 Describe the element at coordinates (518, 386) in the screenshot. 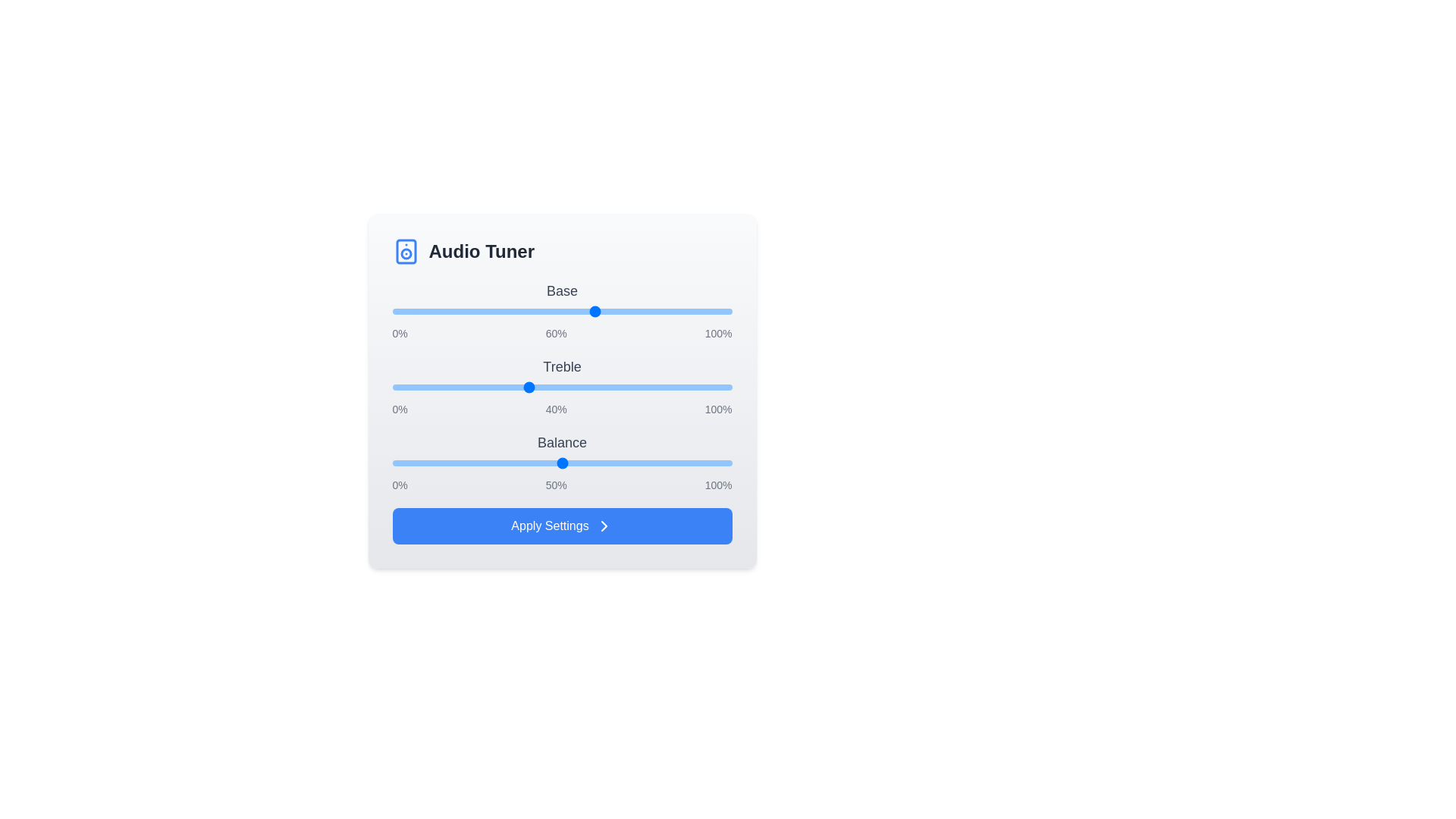

I see `the 1 slider to 37%` at that location.